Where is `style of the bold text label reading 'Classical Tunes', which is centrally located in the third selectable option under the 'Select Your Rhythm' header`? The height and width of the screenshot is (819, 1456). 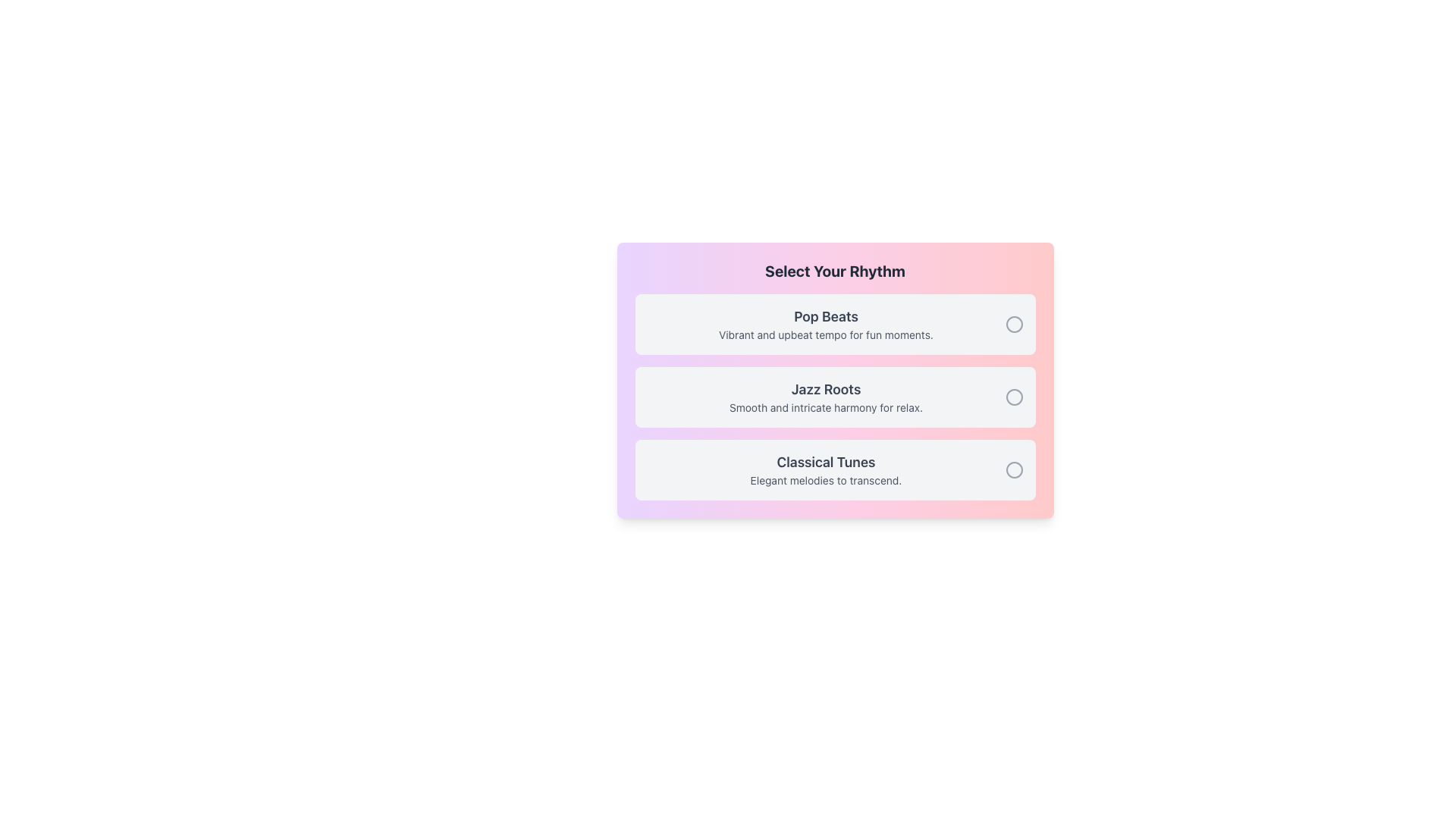
style of the bold text label reading 'Classical Tunes', which is centrally located in the third selectable option under the 'Select Your Rhythm' header is located at coordinates (825, 461).